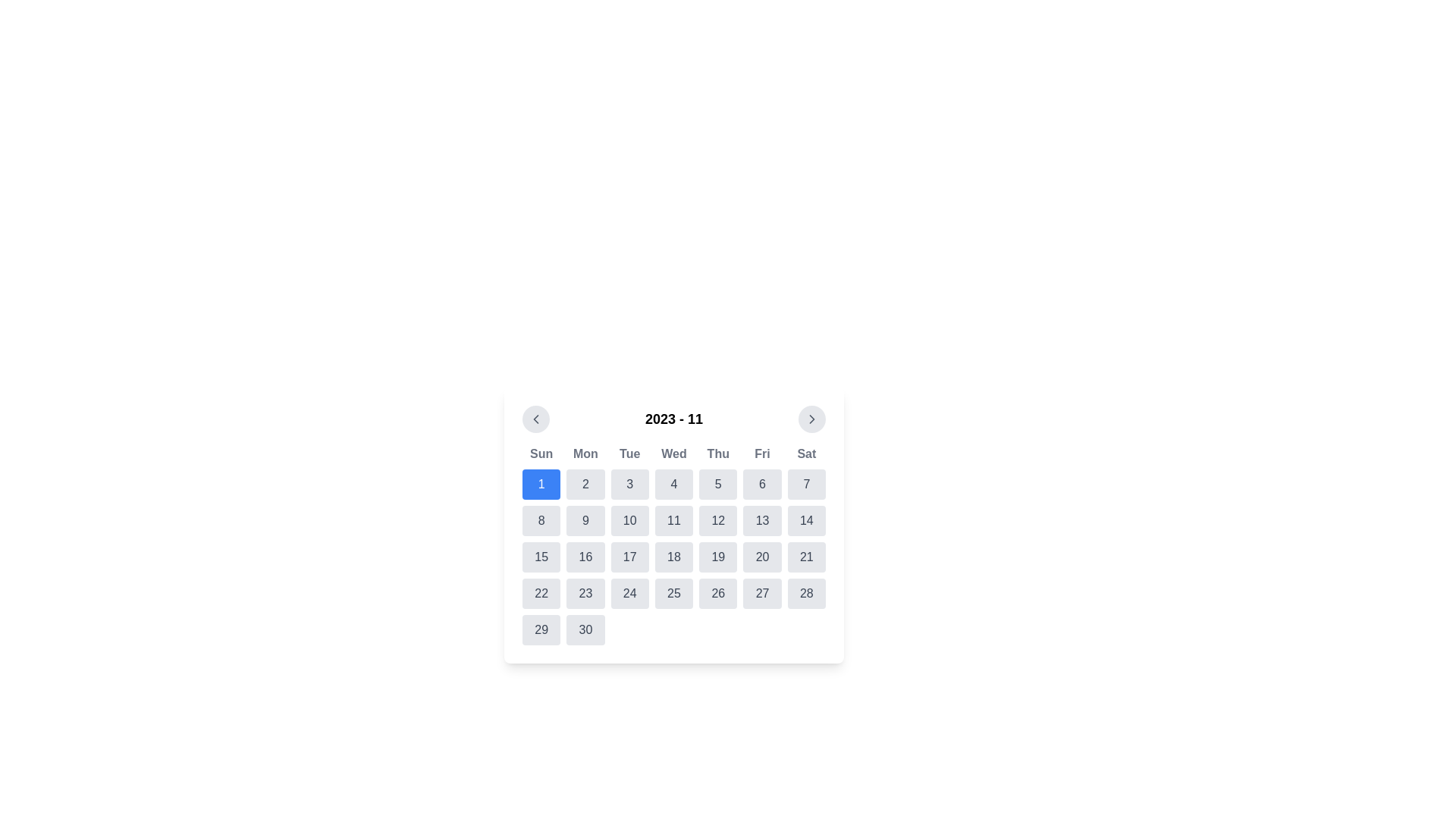 This screenshot has height=819, width=1456. I want to click on the square button labeled '9' with rounded corners and a light gray background, so click(585, 519).